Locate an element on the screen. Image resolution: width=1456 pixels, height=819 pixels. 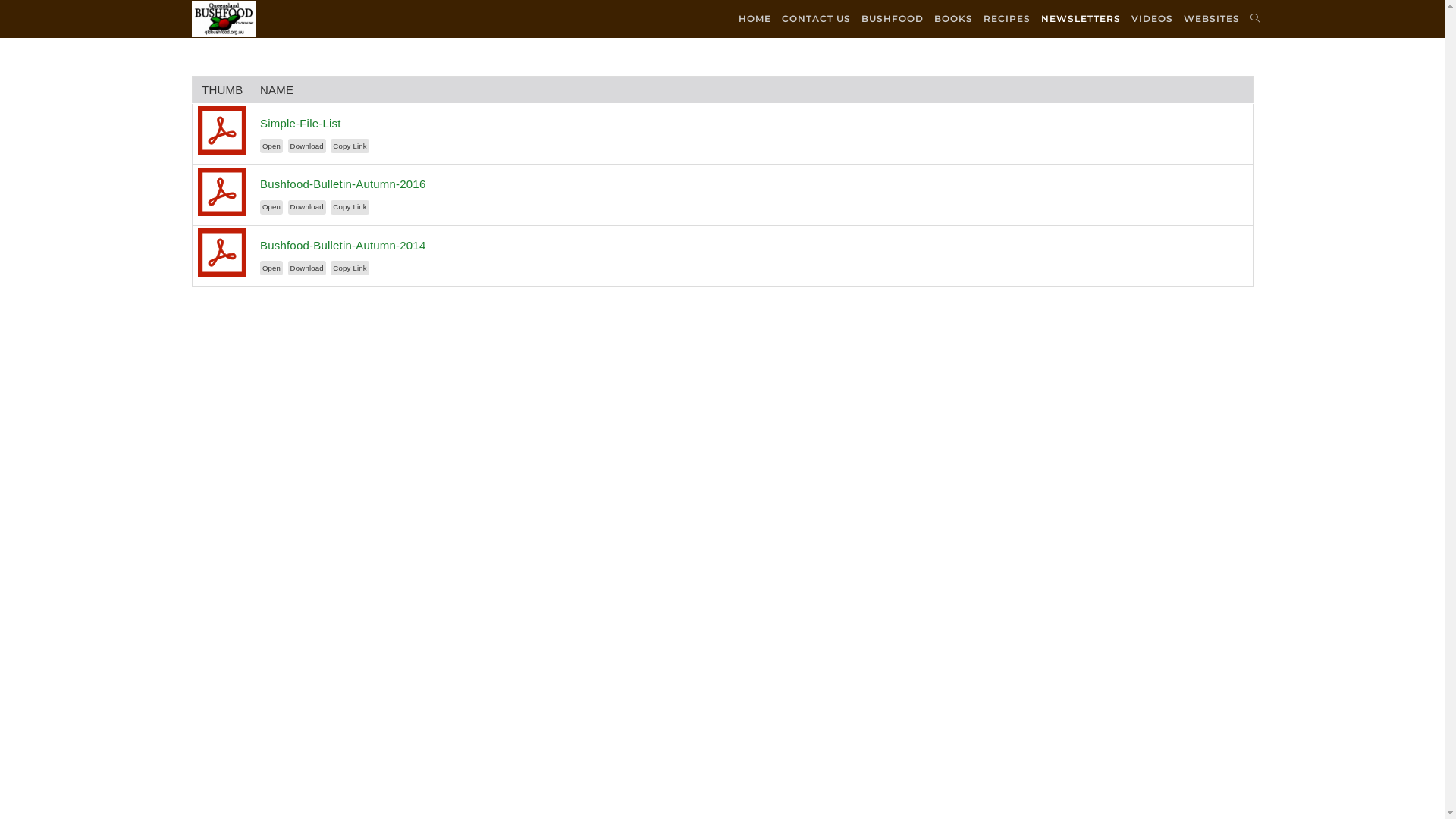
'WEBSITES' is located at coordinates (1211, 18).